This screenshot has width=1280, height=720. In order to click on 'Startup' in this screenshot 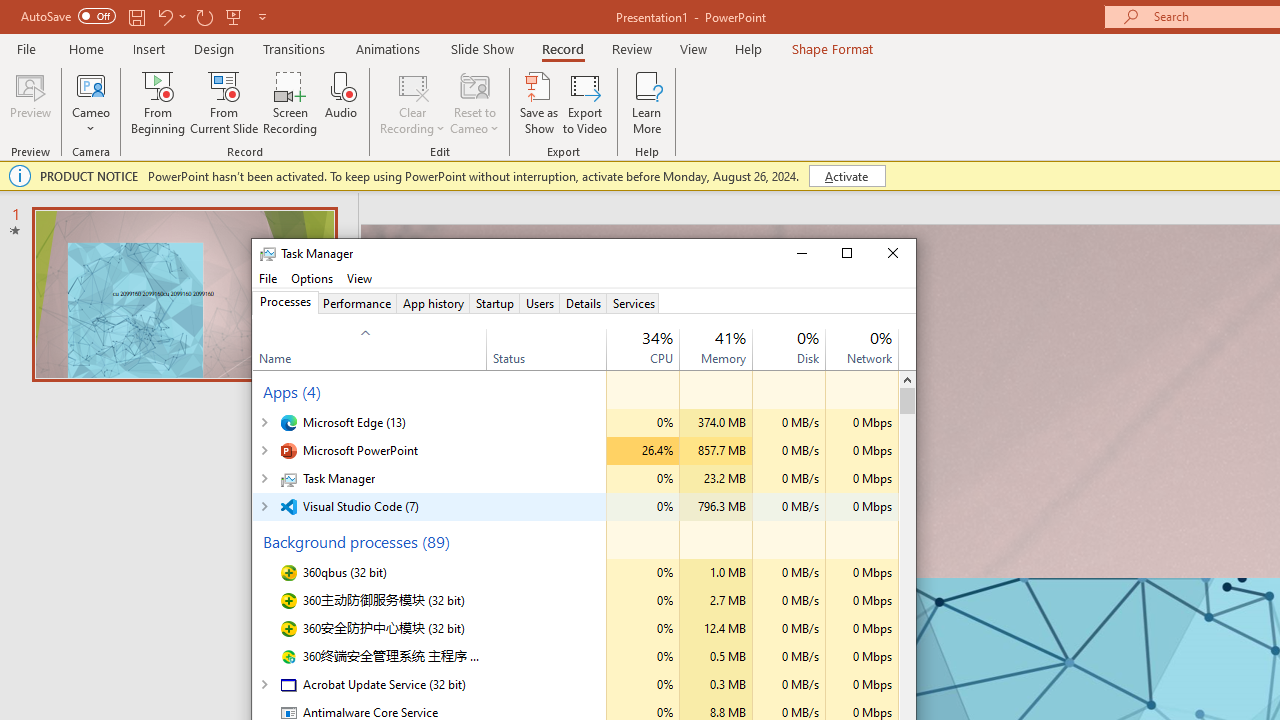, I will do `click(494, 303)`.